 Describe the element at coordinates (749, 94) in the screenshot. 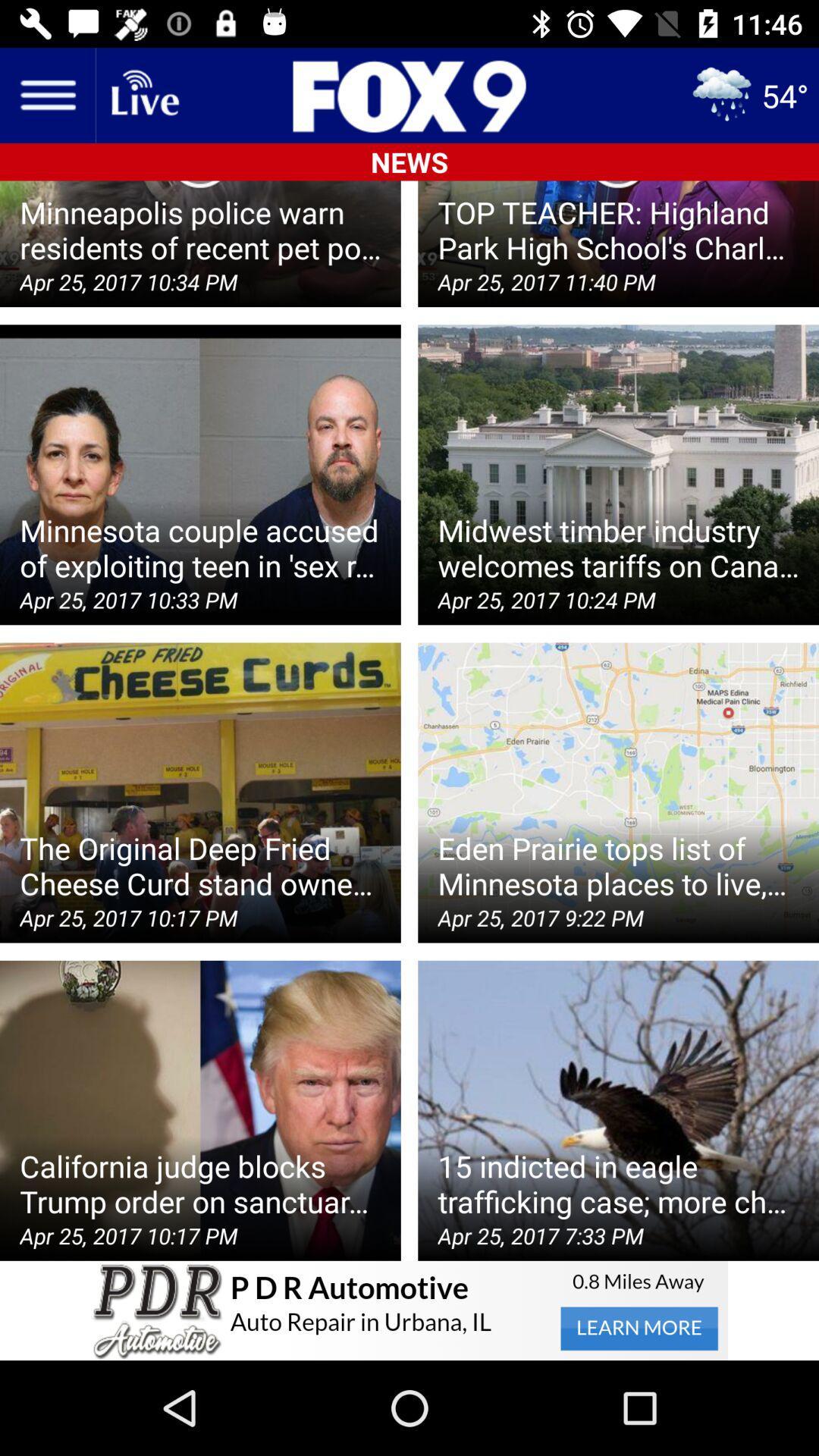

I see `the weather icon` at that location.